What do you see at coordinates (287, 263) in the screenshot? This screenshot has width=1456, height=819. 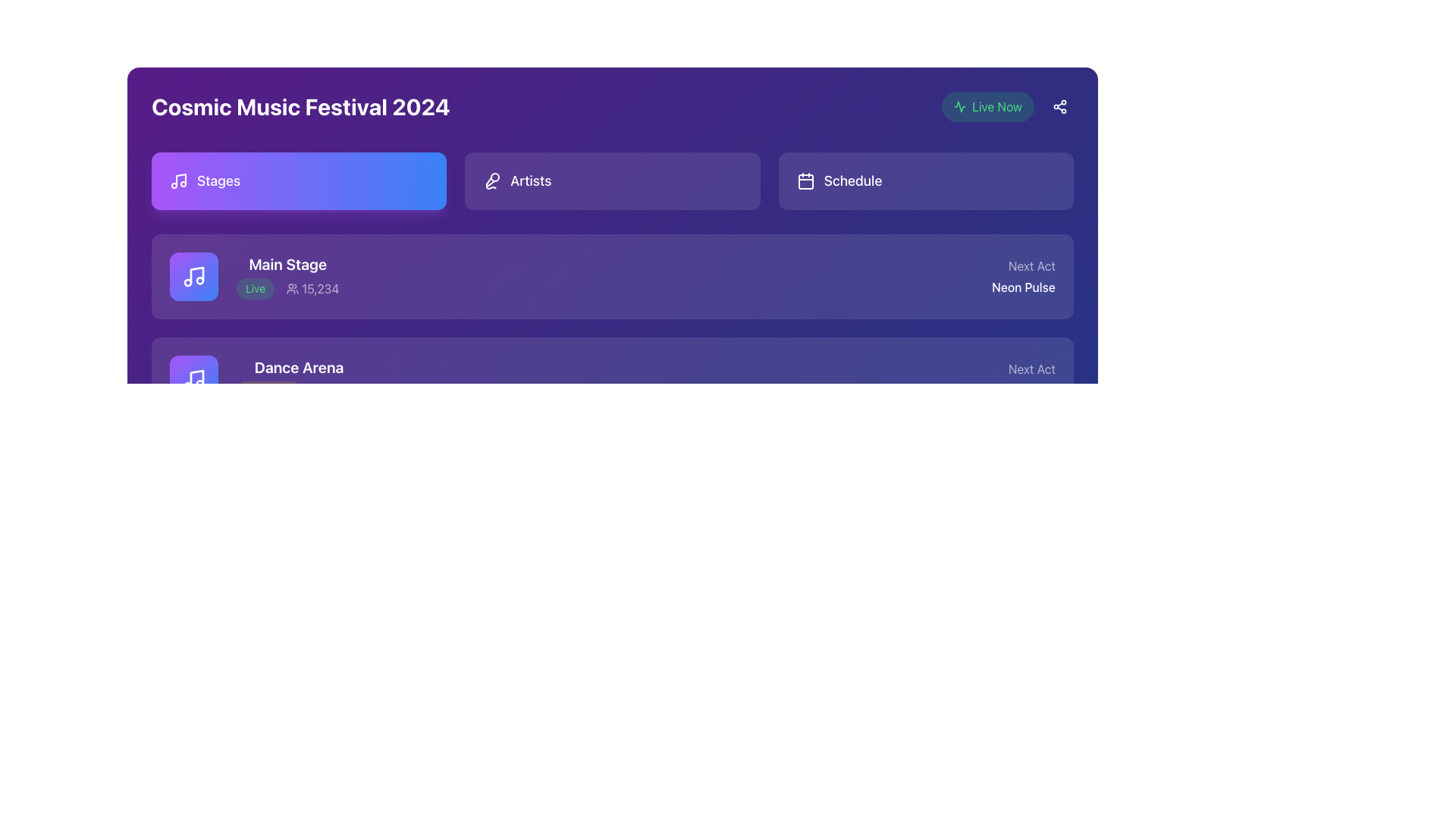 I see `the 'Main Stage' label located near the top-left of the interface, directly under the music note icon and above the 'Live' indicator and audience count` at bounding box center [287, 263].